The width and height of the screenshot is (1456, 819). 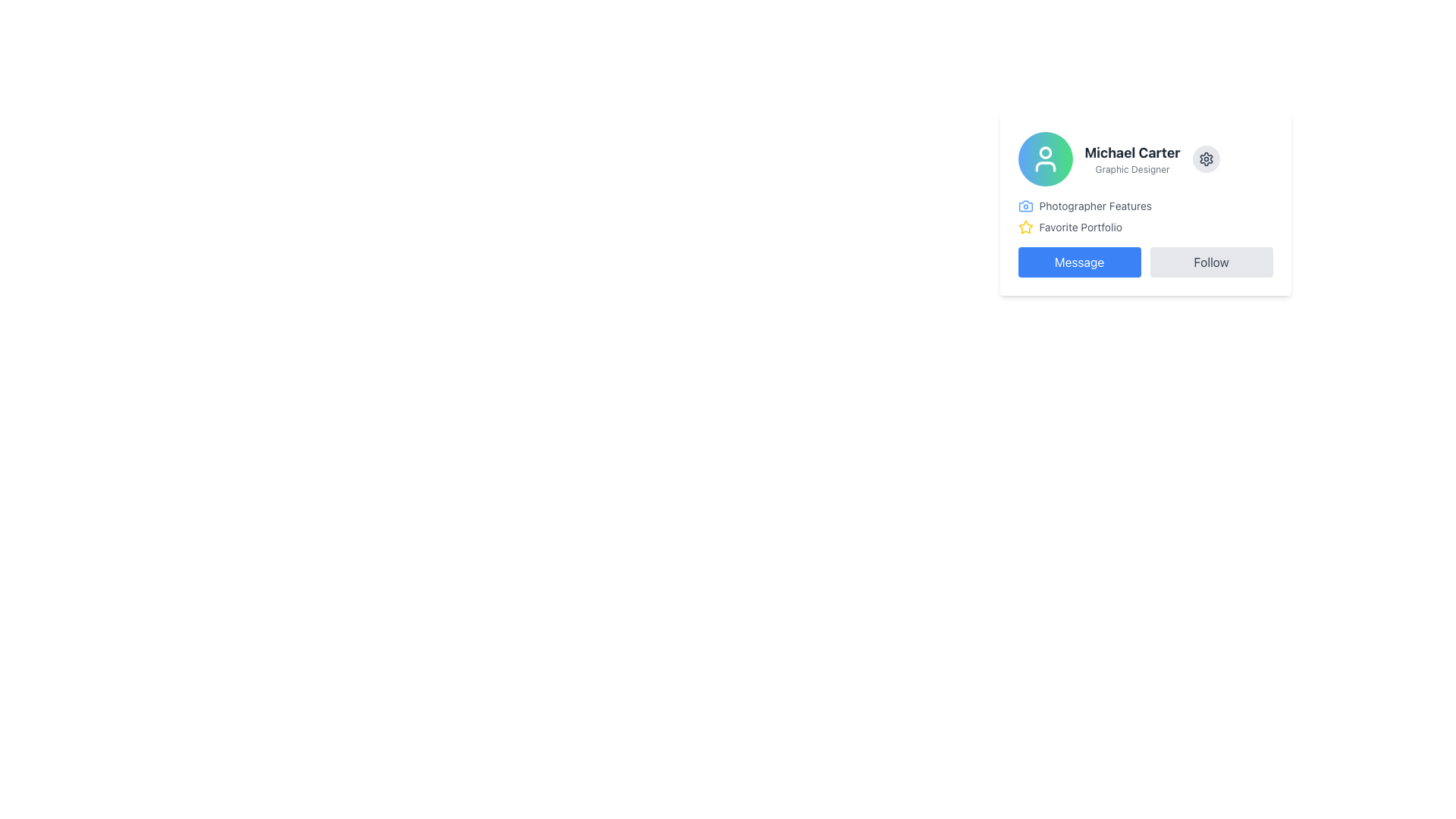 What do you see at coordinates (1095, 206) in the screenshot?
I see `the 'Photographer Features' static text label, which is displayed in a small gray font and is located inside a card layout next to a blue camera icon` at bounding box center [1095, 206].